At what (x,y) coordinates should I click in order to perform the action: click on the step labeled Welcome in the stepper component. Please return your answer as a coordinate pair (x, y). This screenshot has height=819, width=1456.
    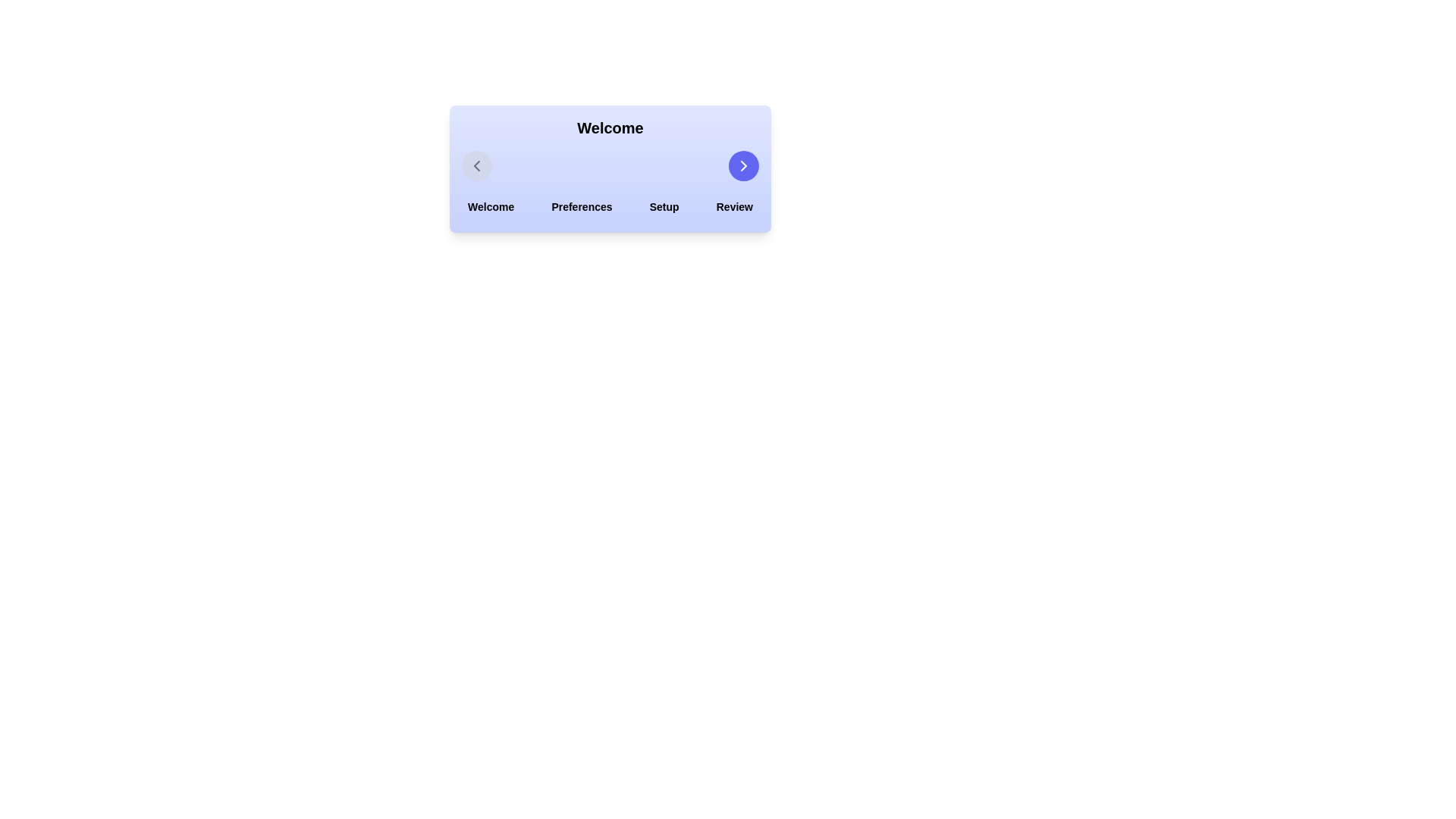
    Looking at the image, I should click on (491, 207).